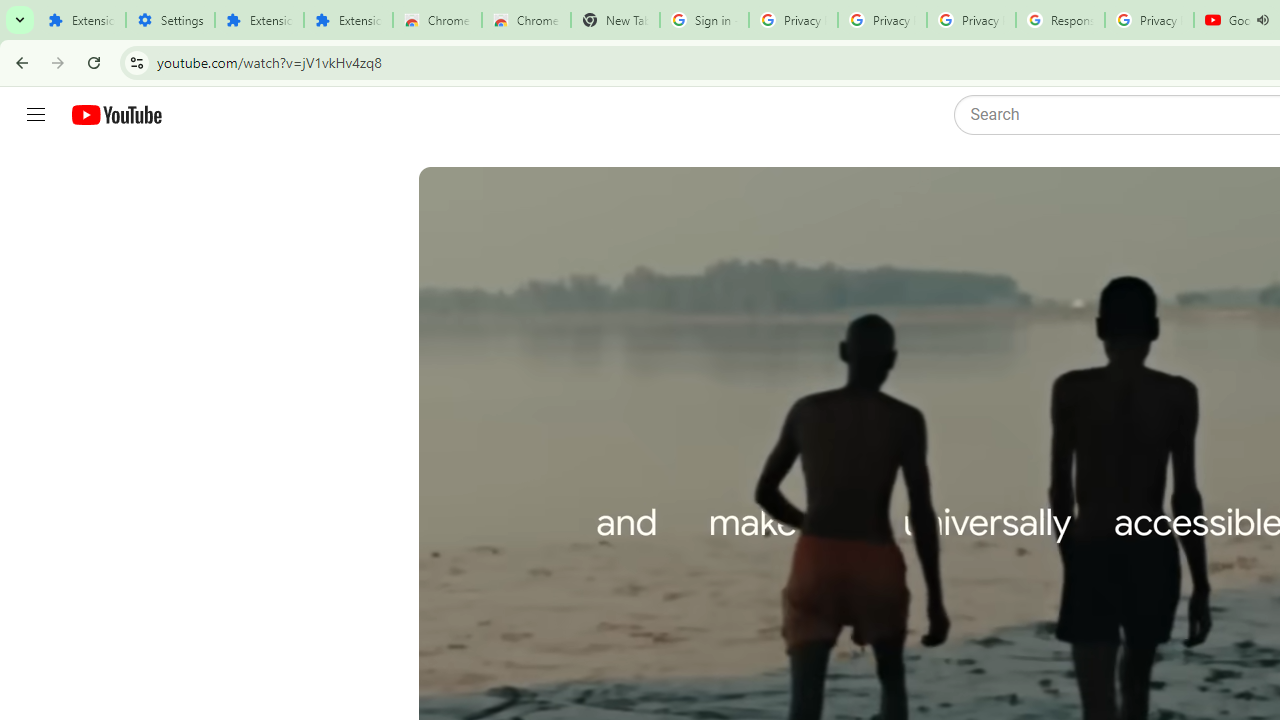  I want to click on 'Reload', so click(93, 61).